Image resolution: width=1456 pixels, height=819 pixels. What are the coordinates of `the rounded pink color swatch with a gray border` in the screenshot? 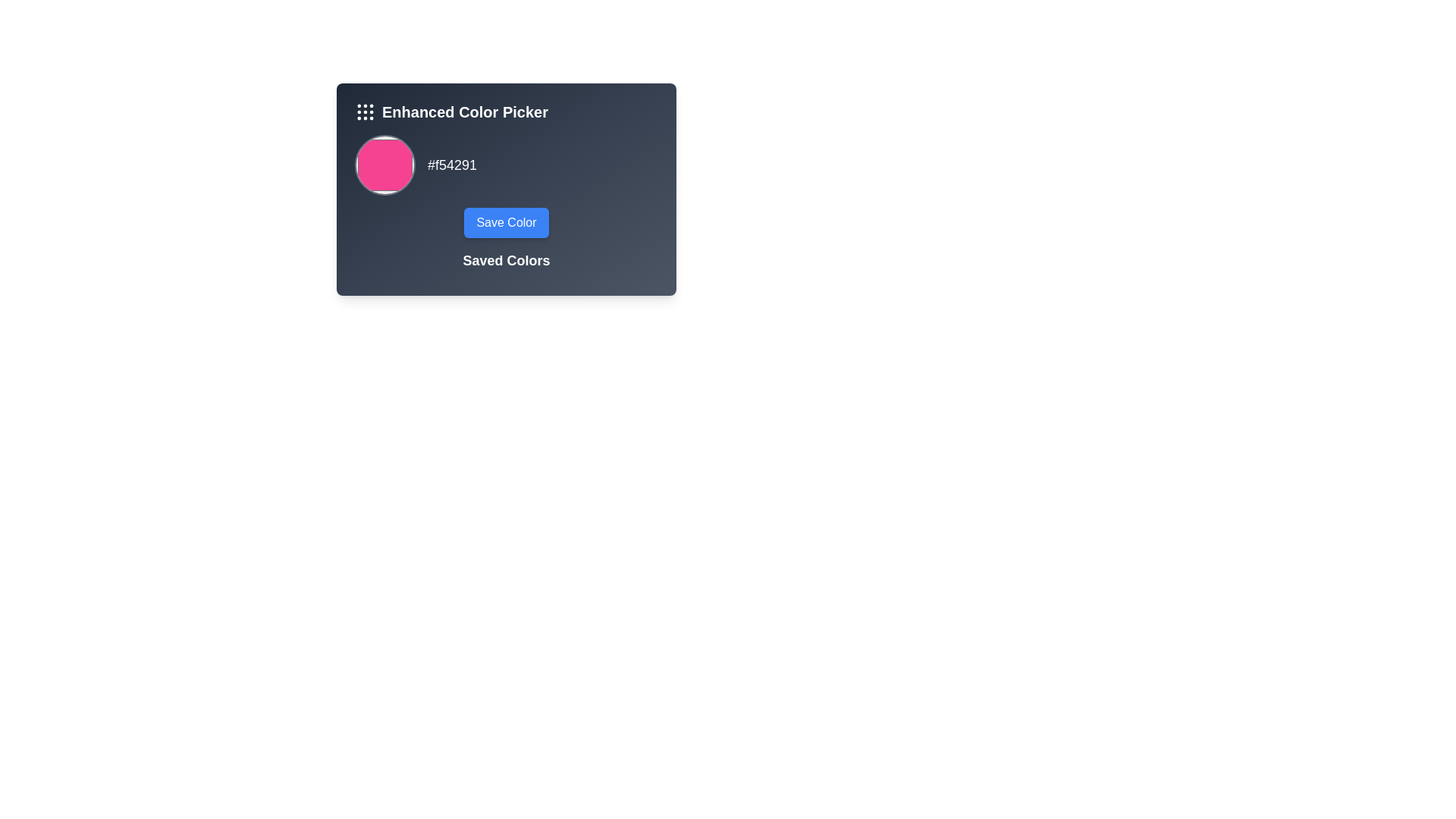 It's located at (385, 165).